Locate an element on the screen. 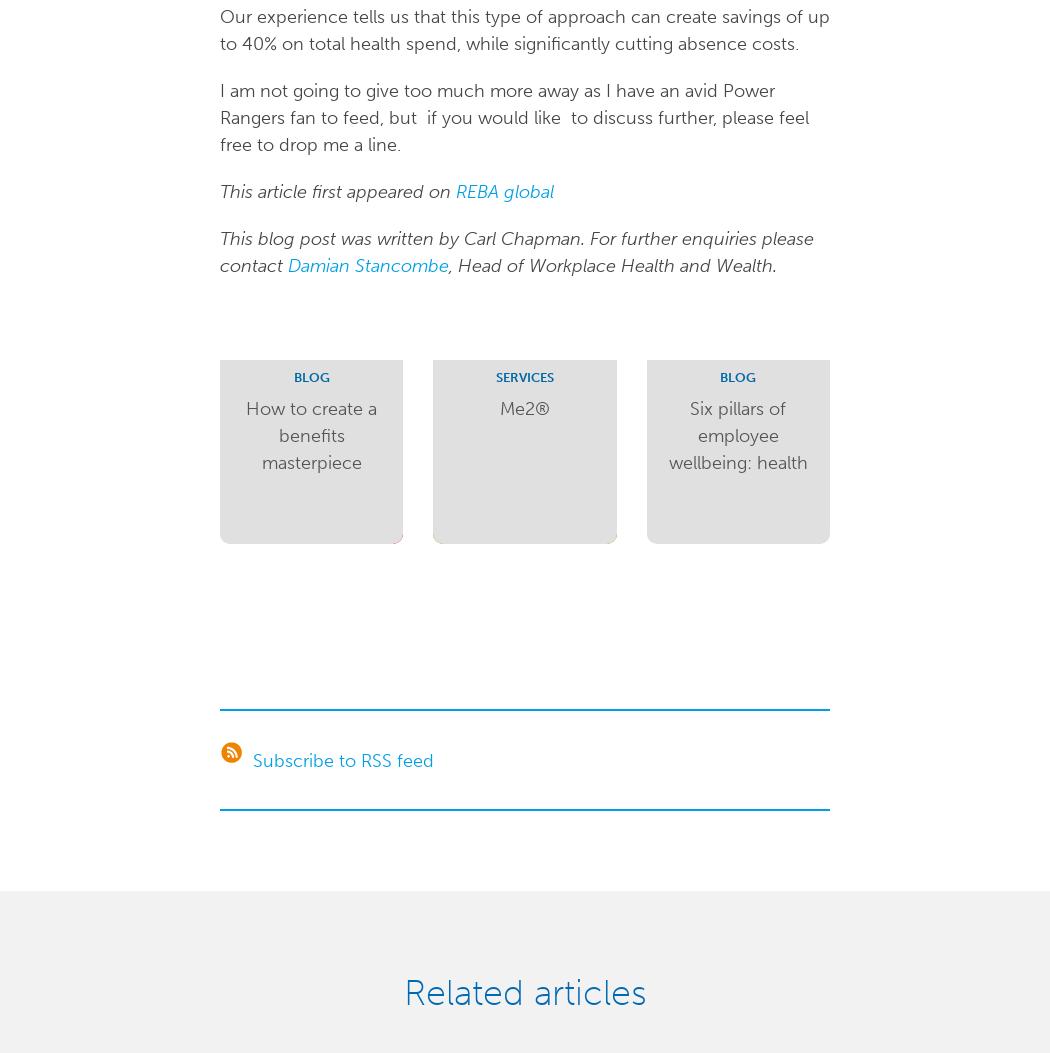 This screenshot has height=1053, width=1050. 'How to create a benefits masterpiece' is located at coordinates (246, 433).